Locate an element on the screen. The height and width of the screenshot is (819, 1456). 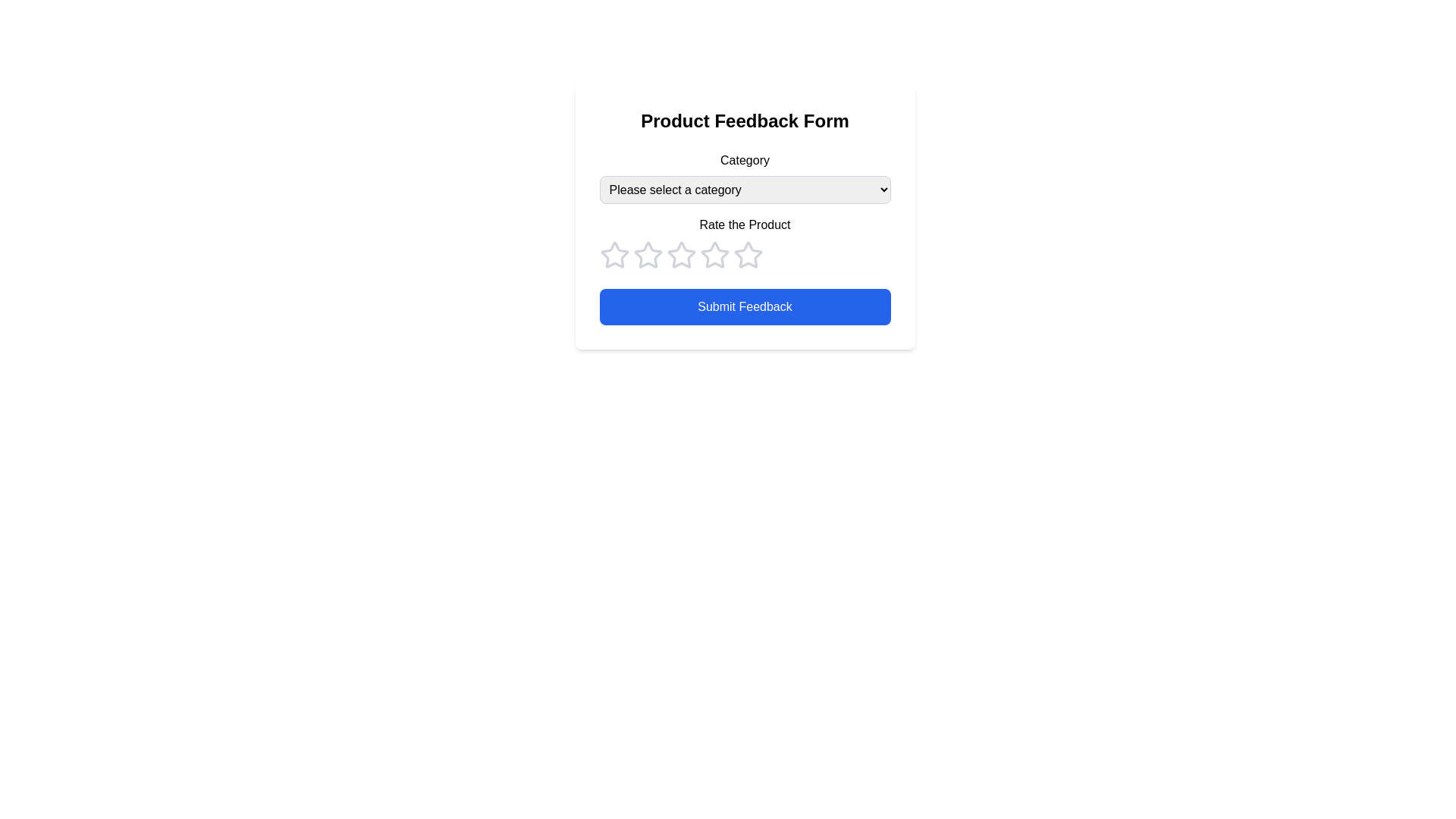
the third star icon in the rating component below the 'Rate the Product' label is located at coordinates (714, 254).